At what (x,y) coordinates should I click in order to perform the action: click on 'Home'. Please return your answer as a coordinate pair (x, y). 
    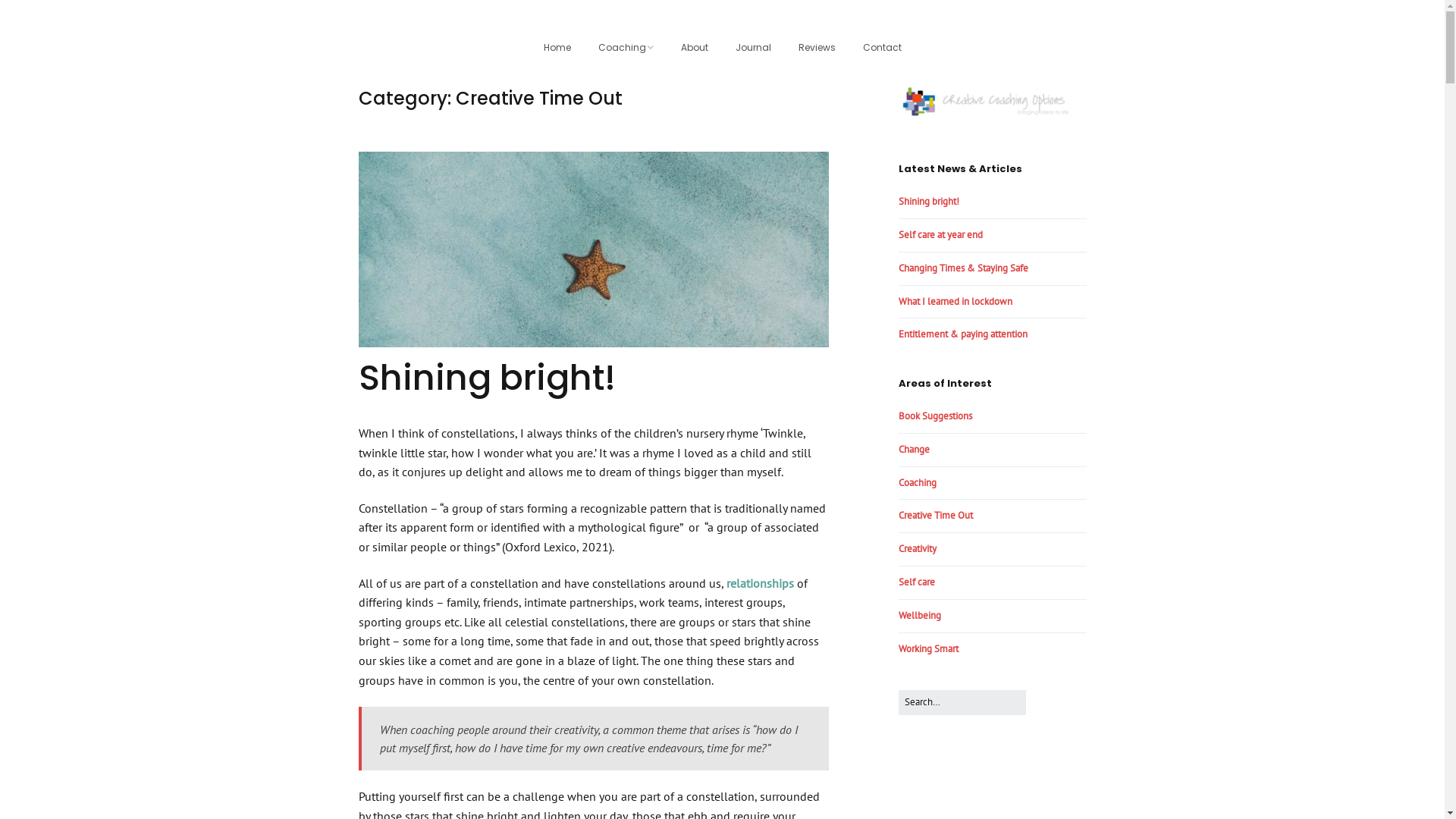
    Looking at the image, I should click on (556, 47).